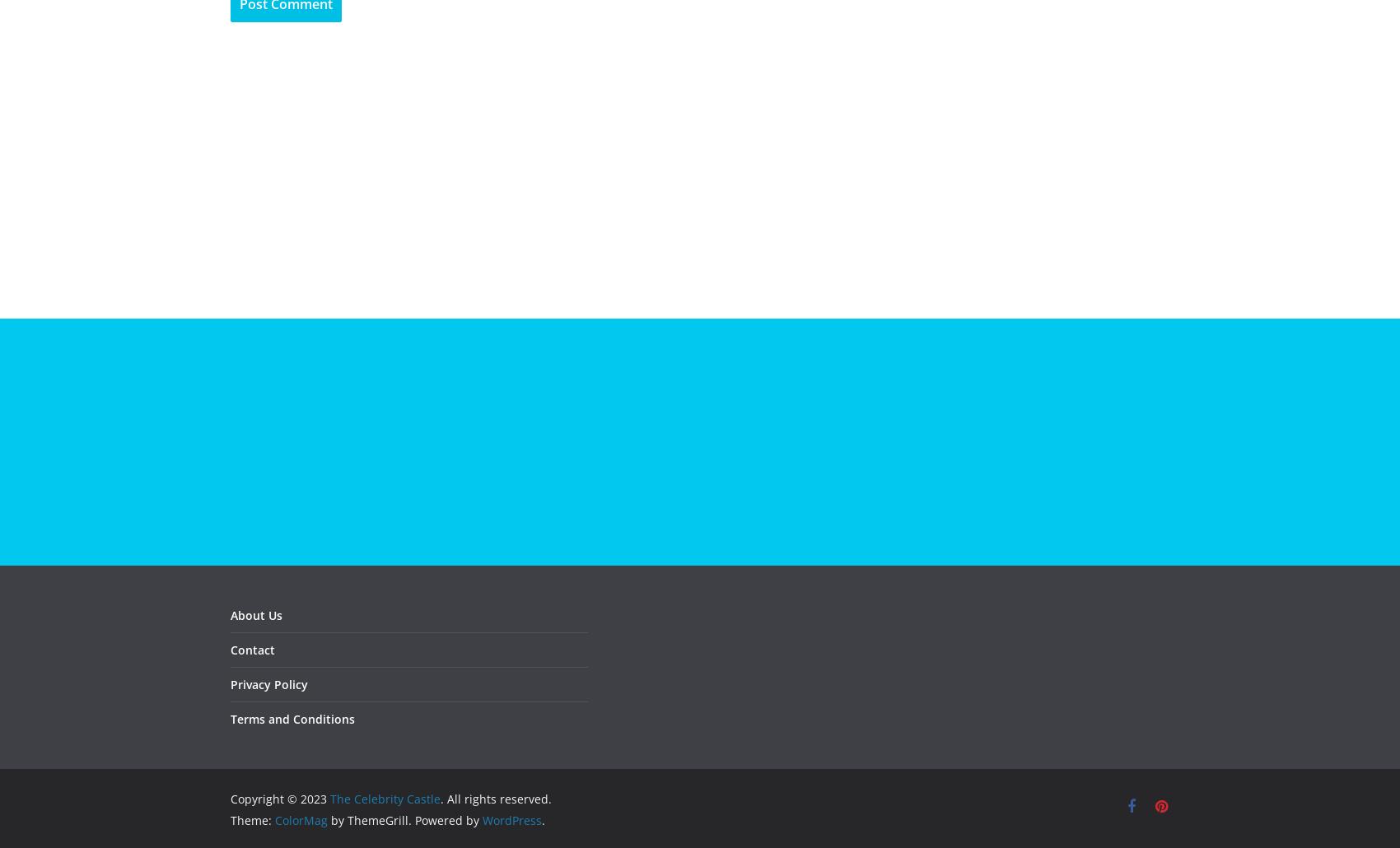 The width and height of the screenshot is (1400, 848). What do you see at coordinates (268, 683) in the screenshot?
I see `'Privacy Policy'` at bounding box center [268, 683].